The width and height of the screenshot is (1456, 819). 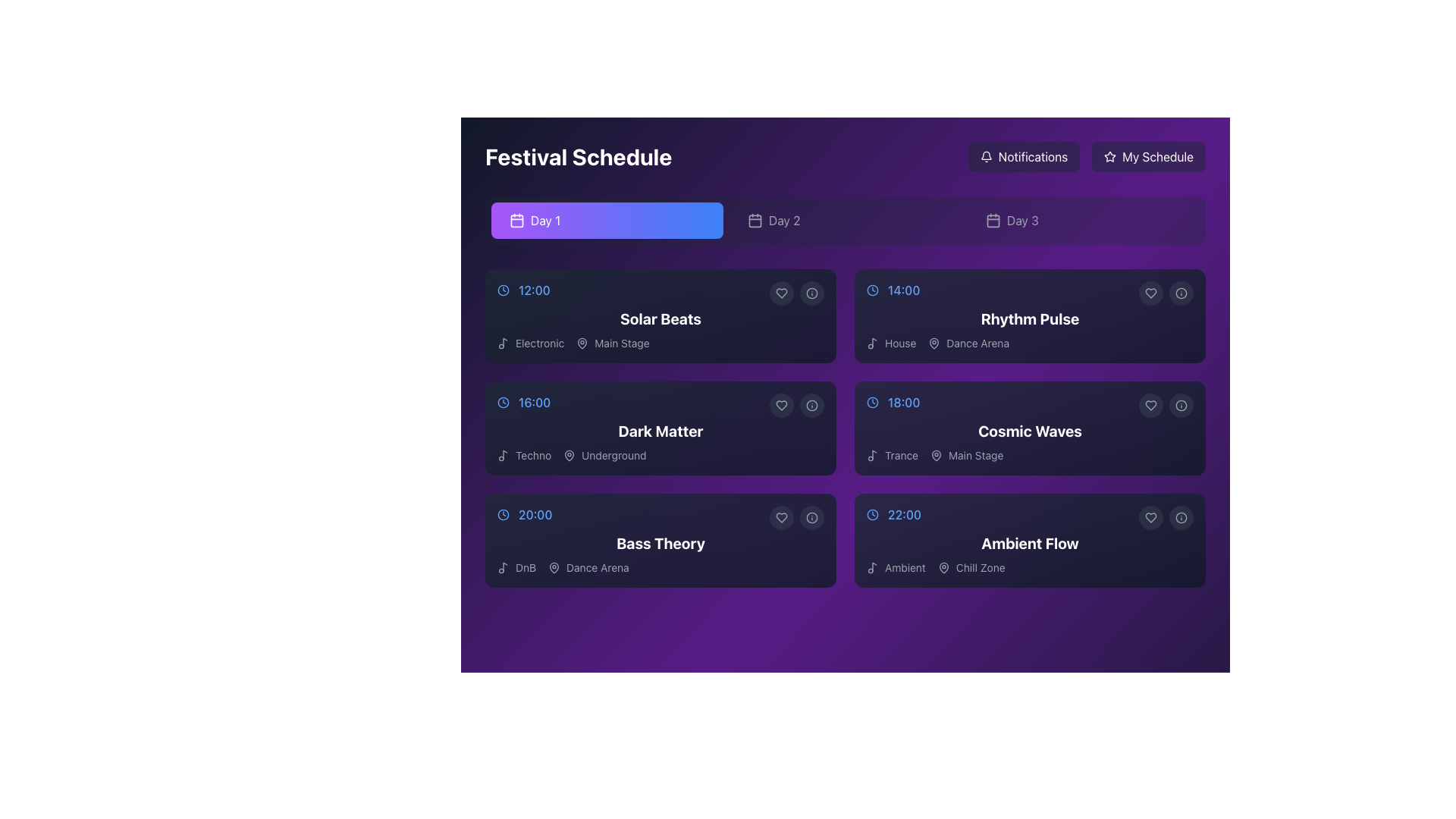 What do you see at coordinates (934, 343) in the screenshot?
I see `the map-pin icon located within the 'Rhythm Pulse' event card at '14:00', positioned to the left of the 'Dance Arena' text` at bounding box center [934, 343].